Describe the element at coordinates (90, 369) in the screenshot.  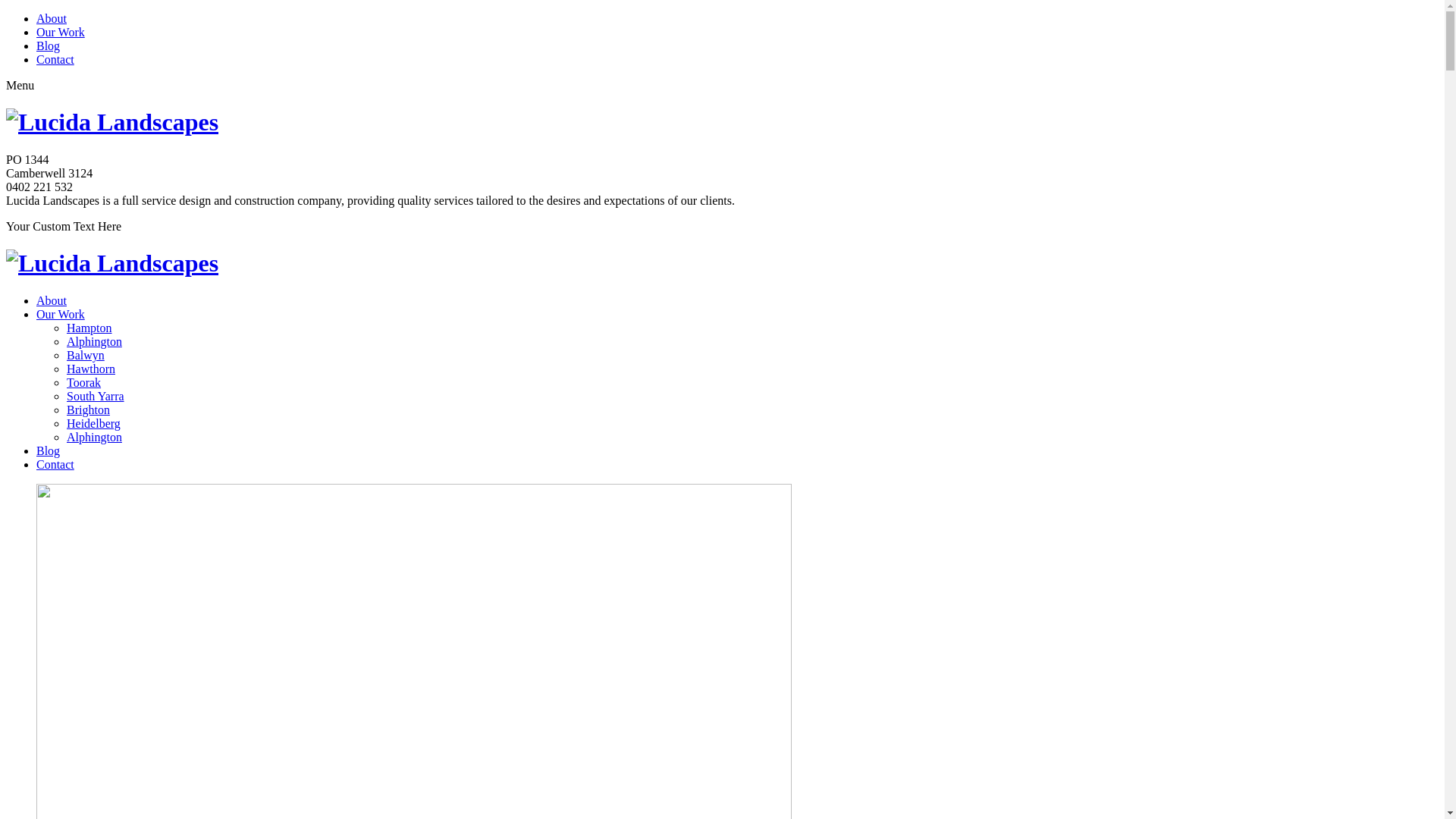
I see `'Hawthorn'` at that location.